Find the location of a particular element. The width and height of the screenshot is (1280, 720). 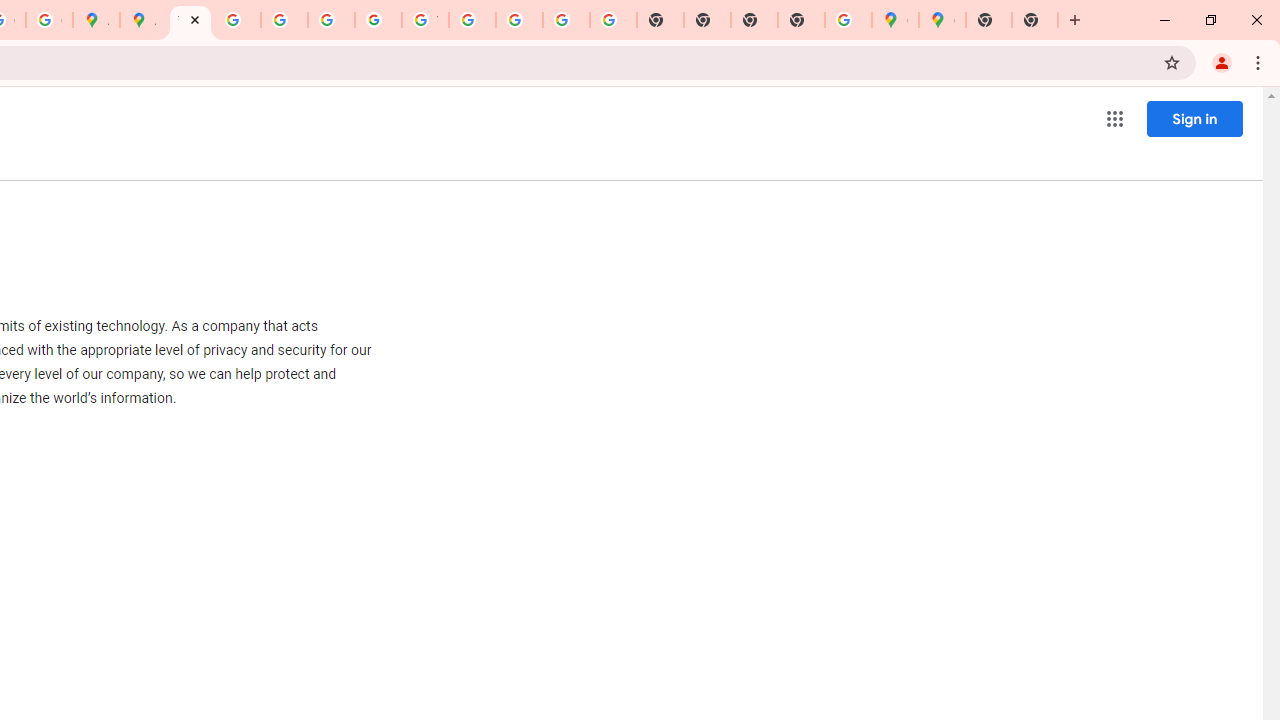

'New Tab' is located at coordinates (1035, 20).